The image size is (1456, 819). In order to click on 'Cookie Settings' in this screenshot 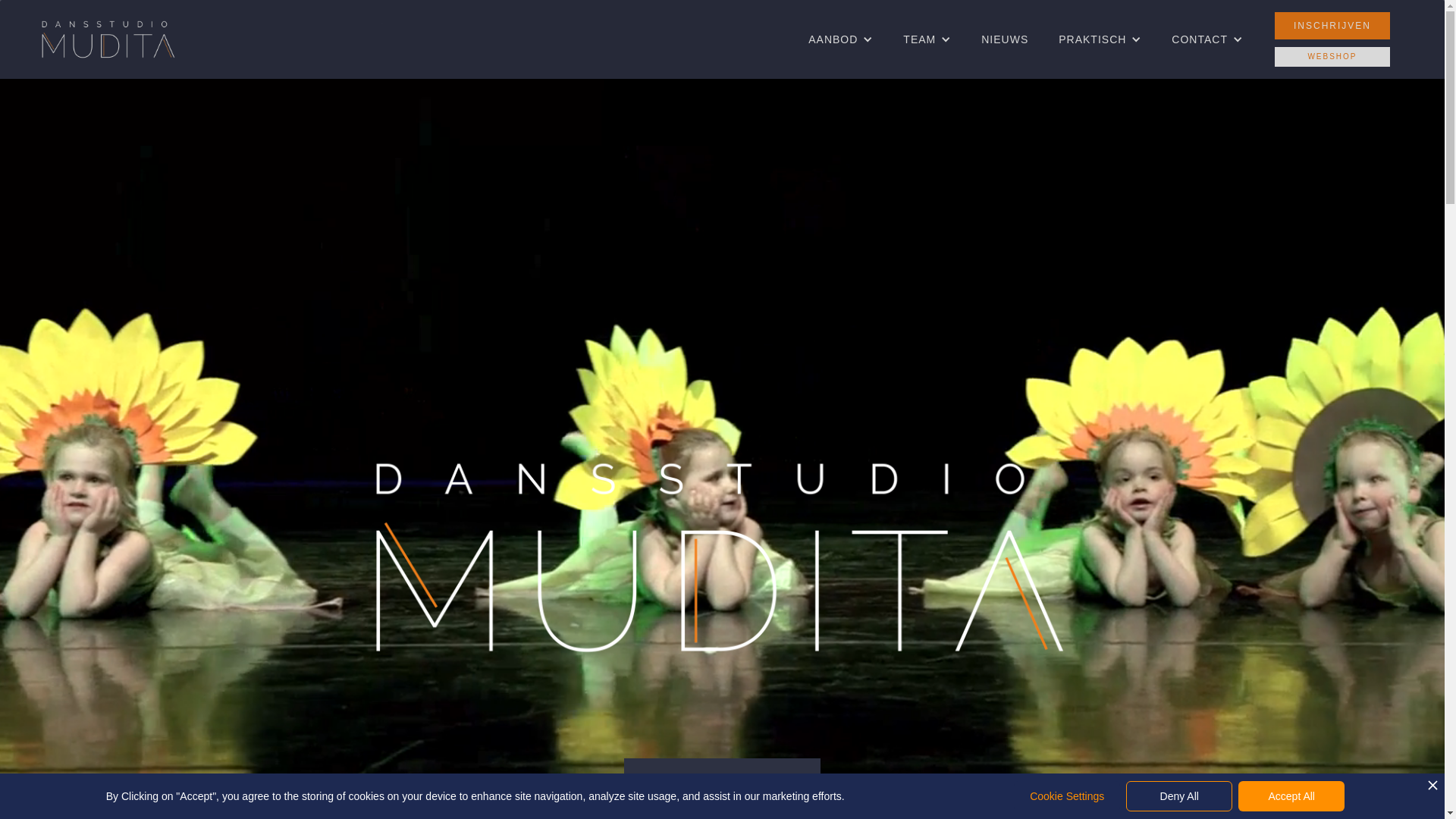, I will do `click(1065, 795)`.